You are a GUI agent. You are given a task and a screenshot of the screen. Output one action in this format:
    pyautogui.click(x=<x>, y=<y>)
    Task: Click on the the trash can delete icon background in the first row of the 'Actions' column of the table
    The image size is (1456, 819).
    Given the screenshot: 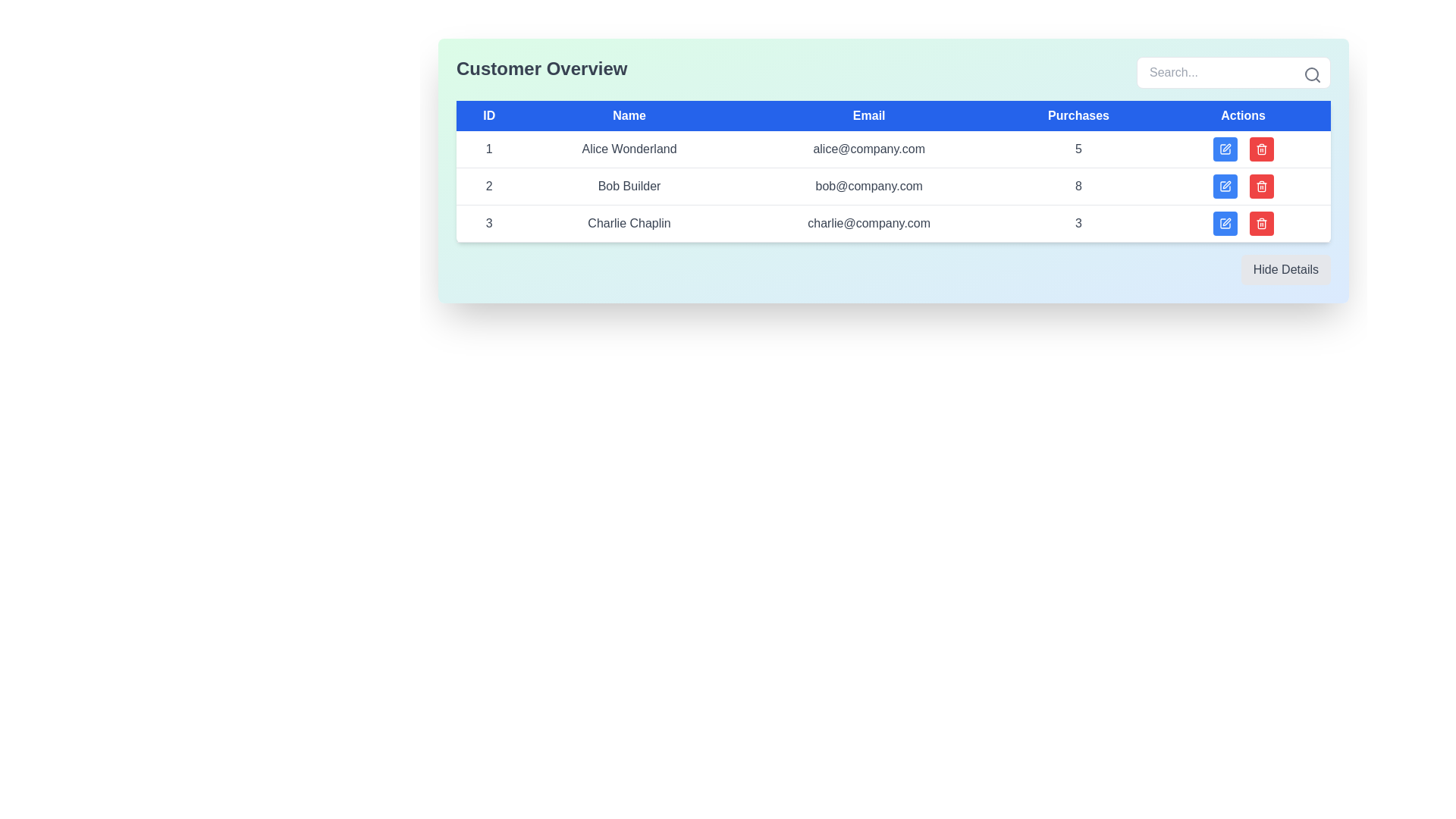 What is the action you would take?
    pyautogui.click(x=1261, y=224)
    